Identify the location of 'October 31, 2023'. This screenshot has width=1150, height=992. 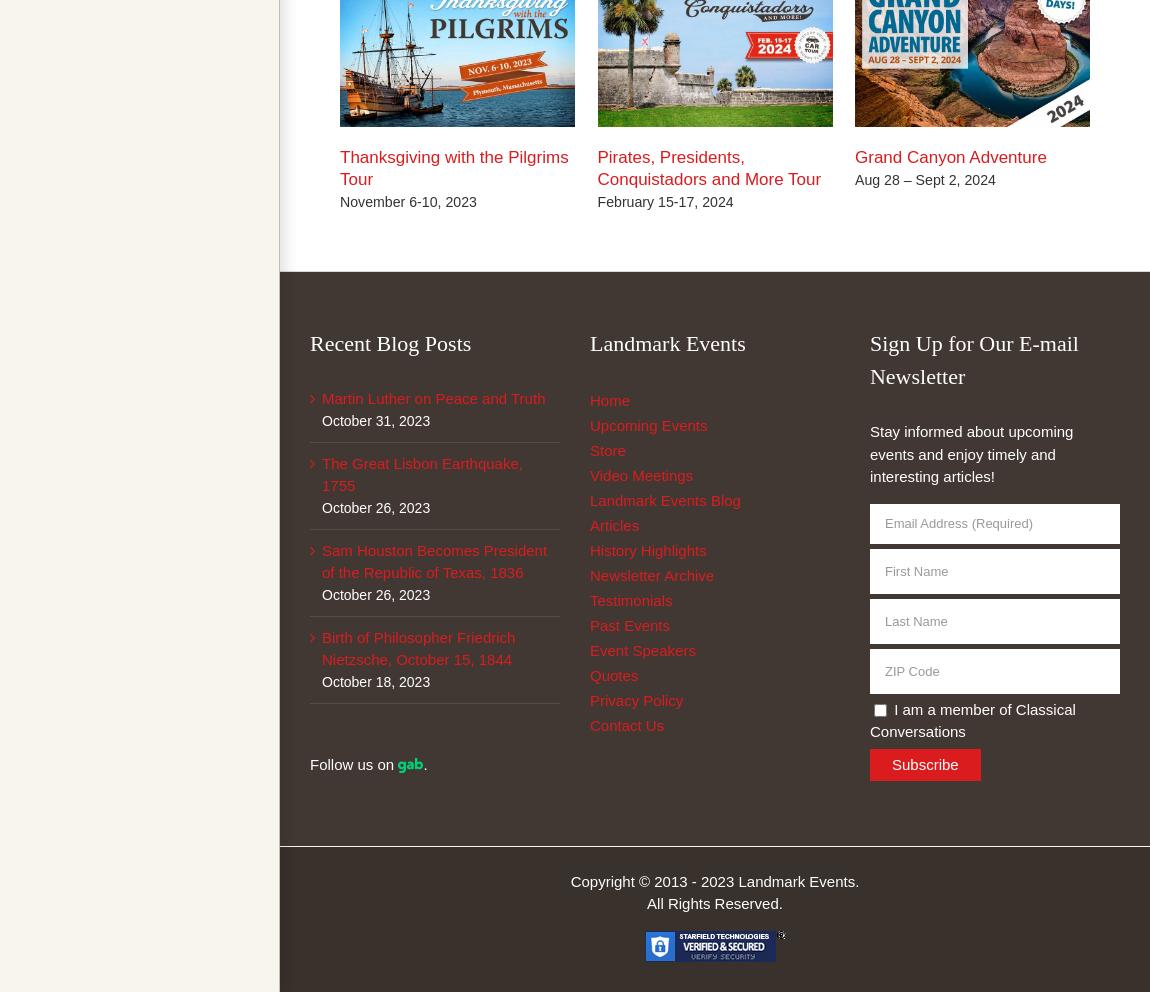
(376, 419).